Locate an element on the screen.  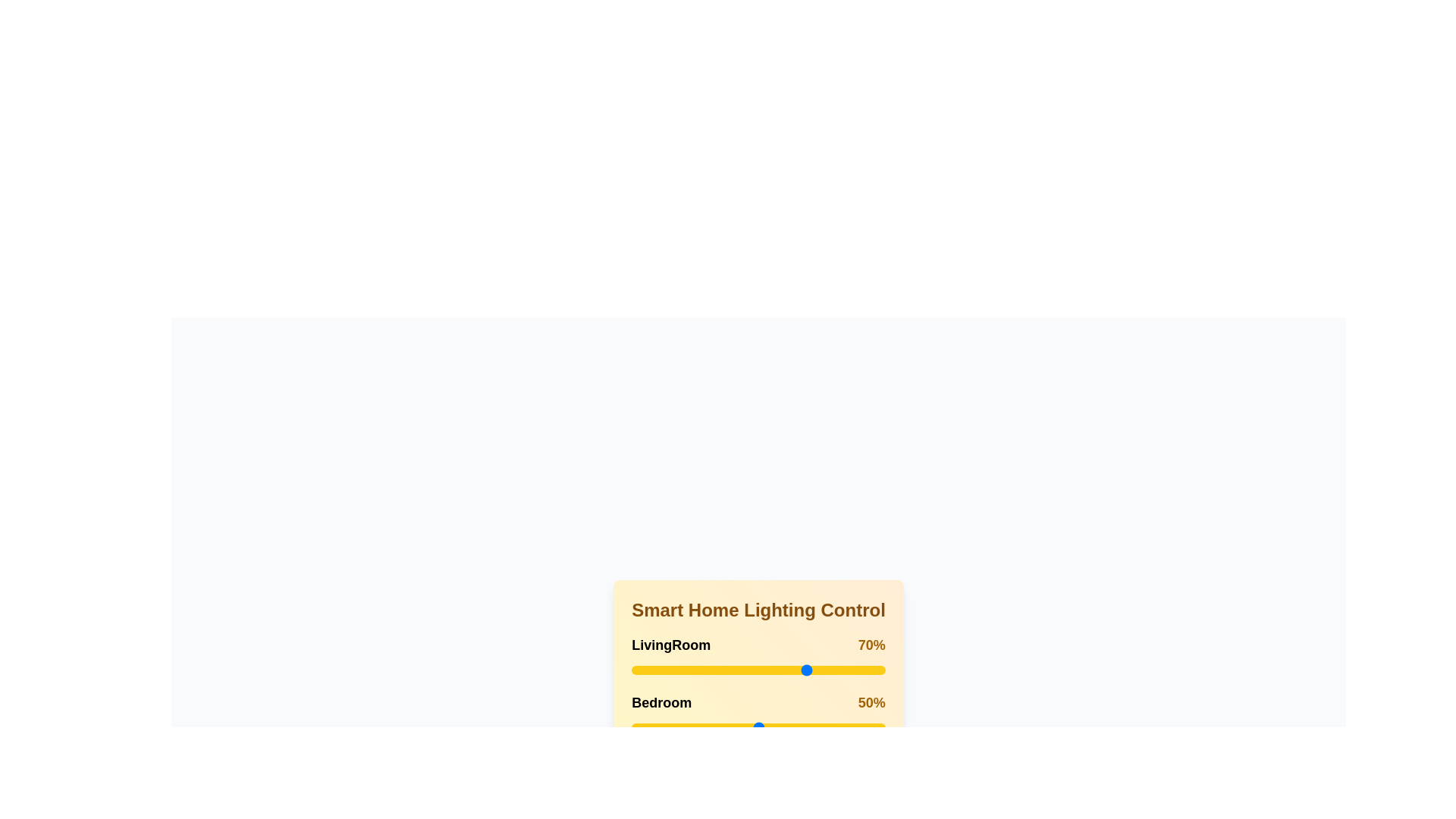
the lighting control value is located at coordinates (801, 669).